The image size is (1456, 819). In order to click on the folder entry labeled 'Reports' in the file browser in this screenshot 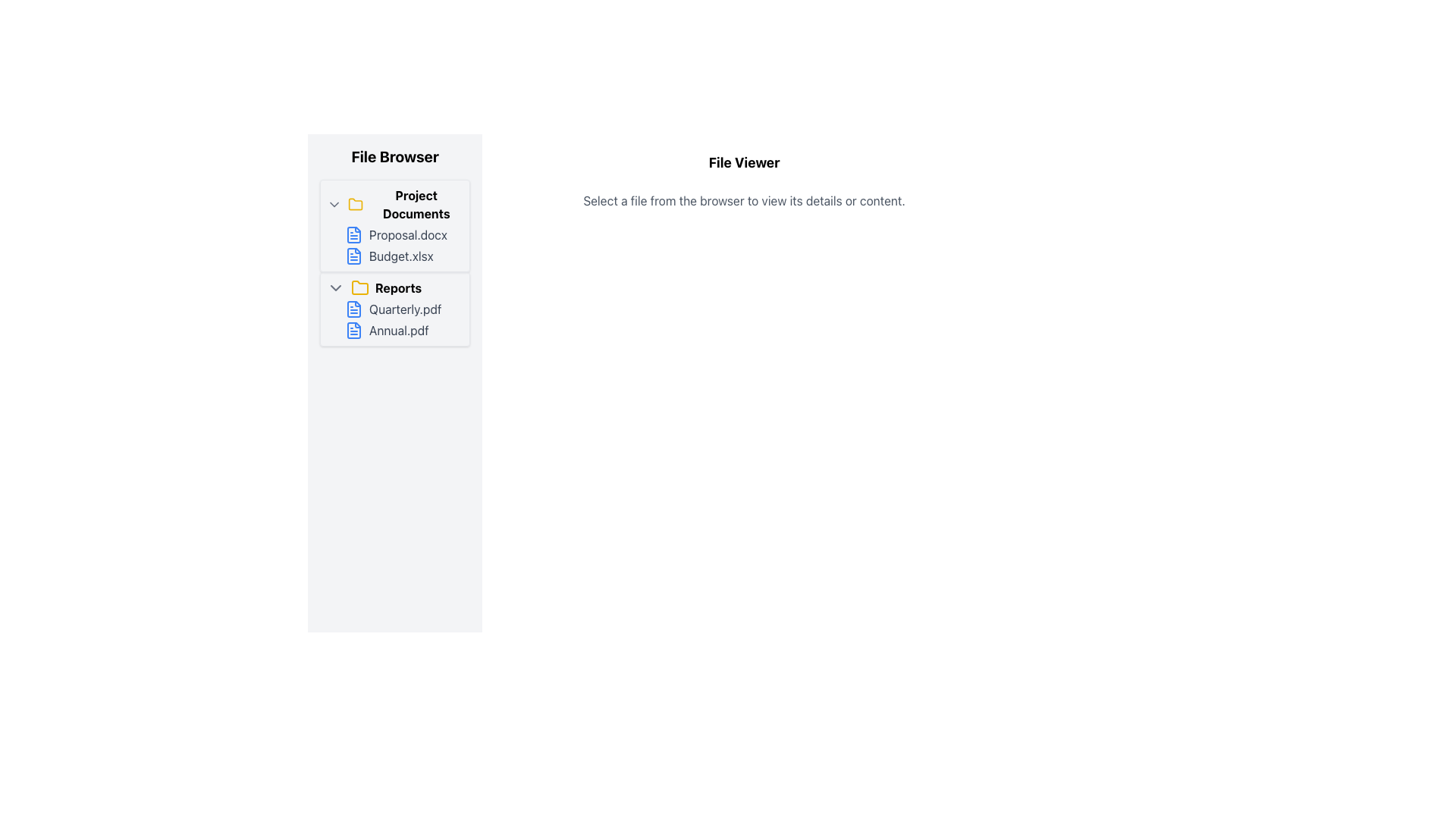, I will do `click(395, 288)`.